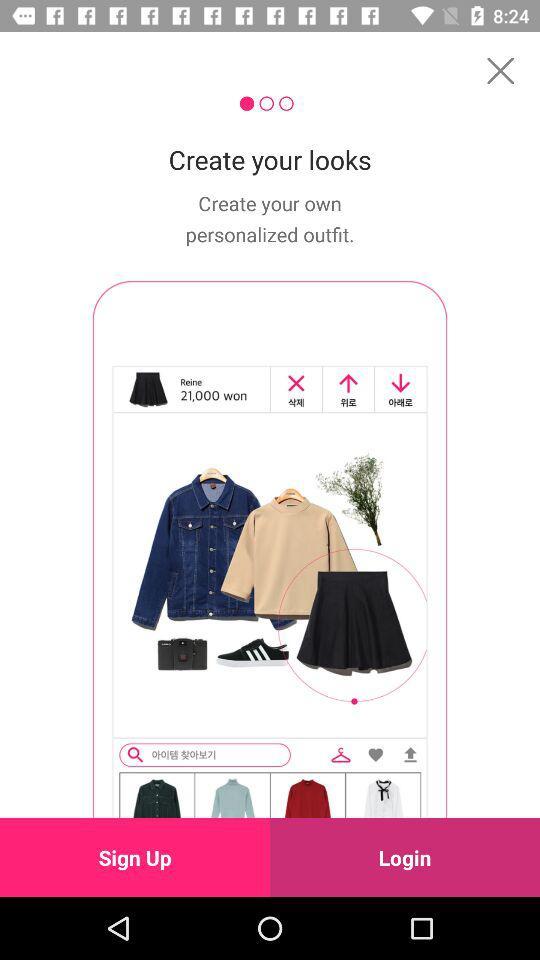 This screenshot has height=960, width=540. Describe the element at coordinates (405, 856) in the screenshot. I see `login icon` at that location.